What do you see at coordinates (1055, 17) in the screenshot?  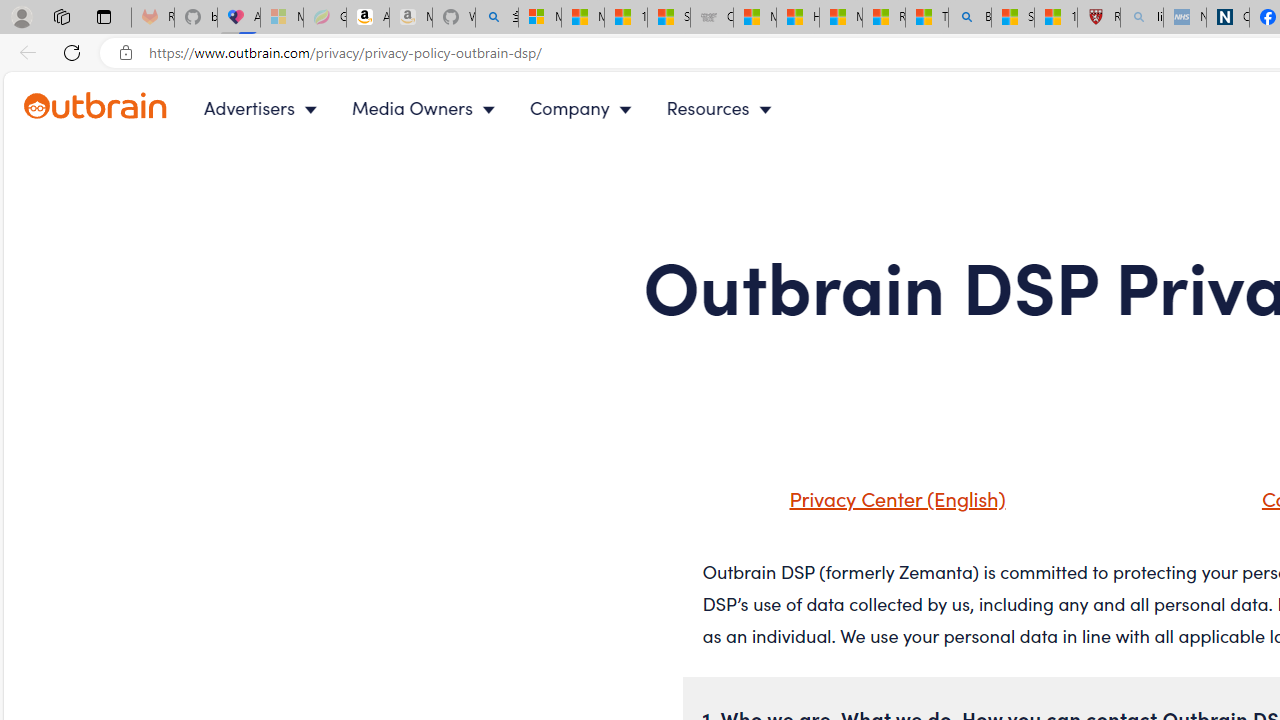 I see `'12 Popular Science Lies that Must be Corrected'` at bounding box center [1055, 17].